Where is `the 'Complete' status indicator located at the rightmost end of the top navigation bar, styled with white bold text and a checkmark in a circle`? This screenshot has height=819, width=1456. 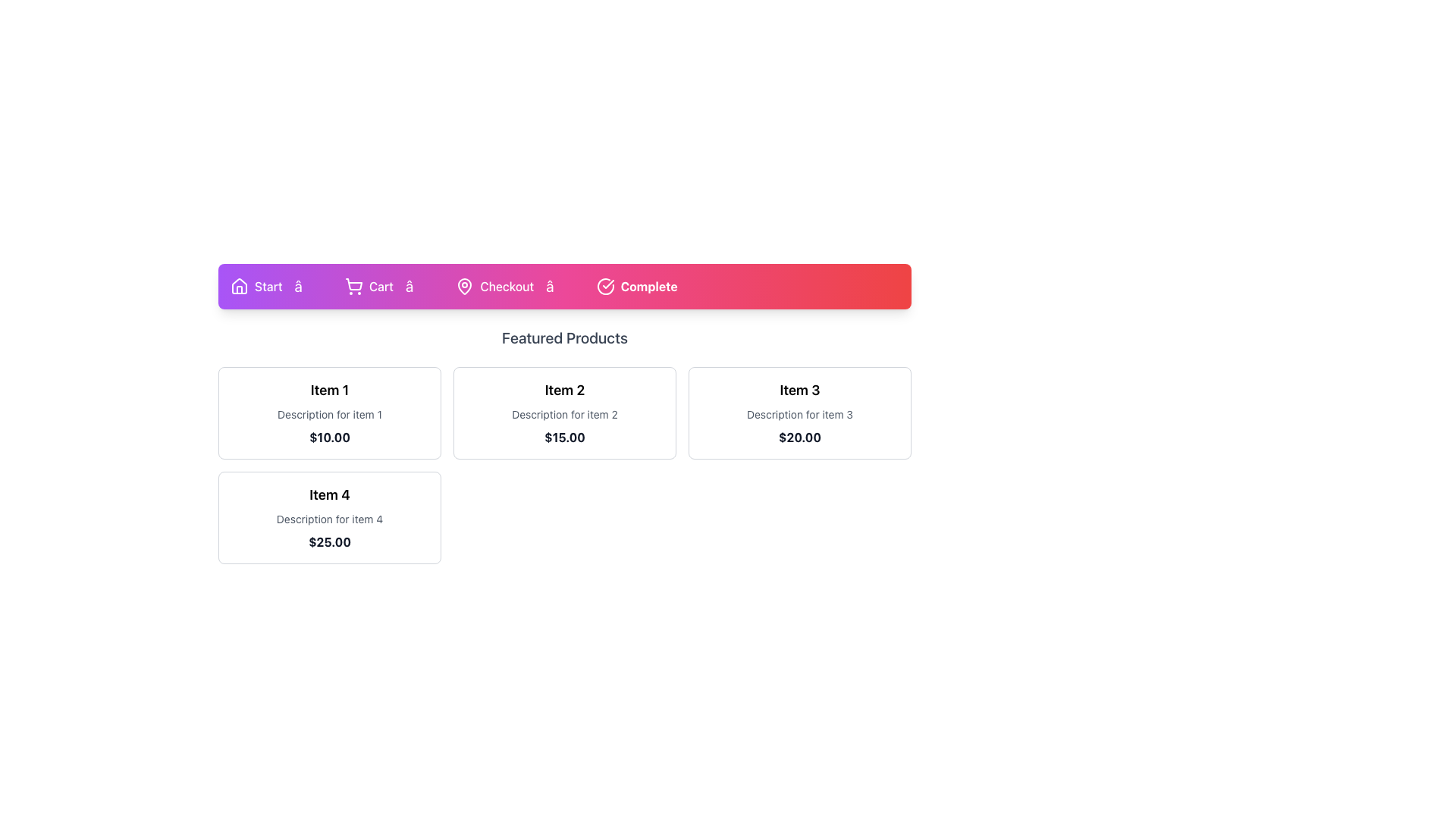 the 'Complete' status indicator located at the rightmost end of the top navigation bar, styled with white bold text and a checkmark in a circle is located at coordinates (637, 287).